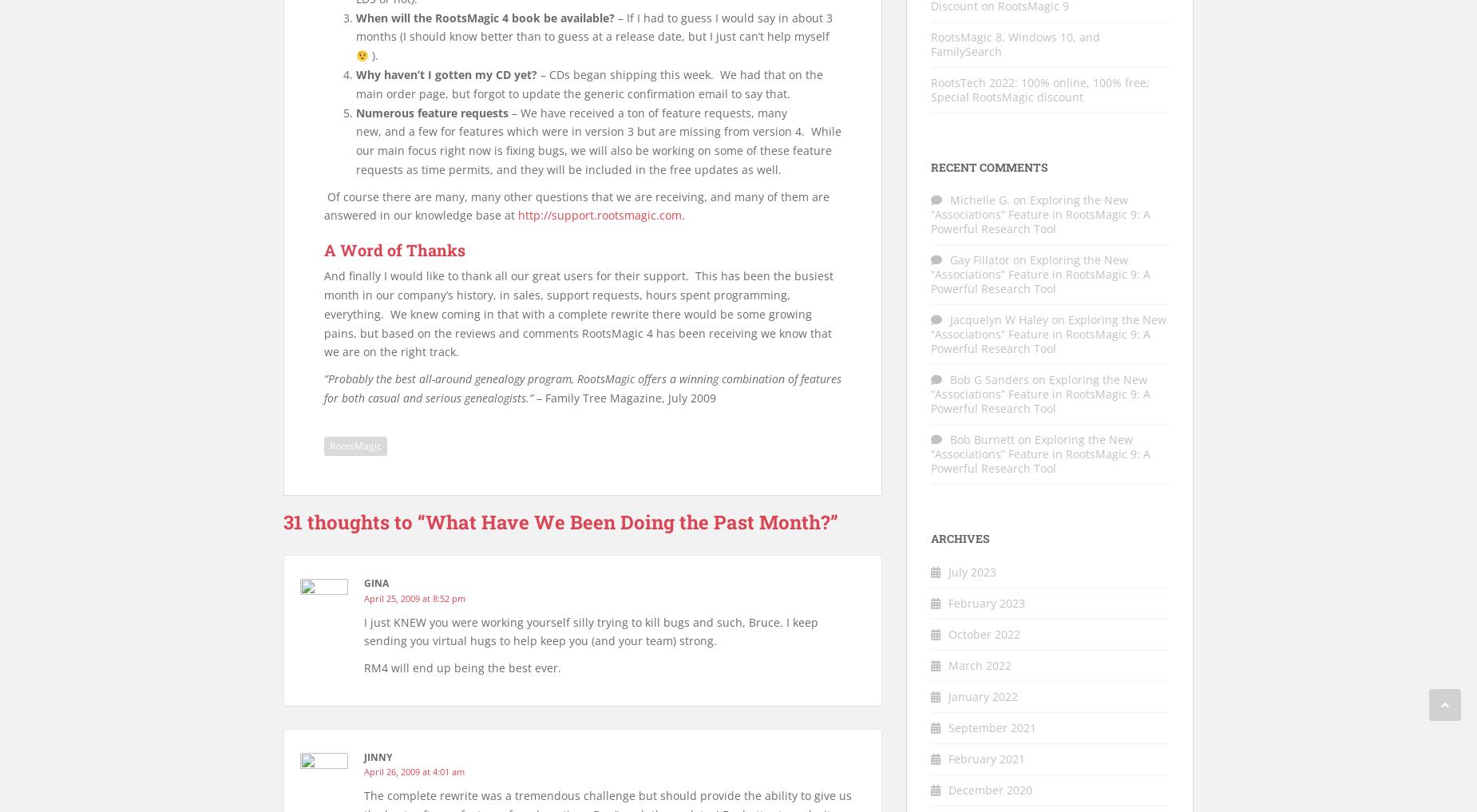  I want to click on 'RootsMagic', so click(328, 445).